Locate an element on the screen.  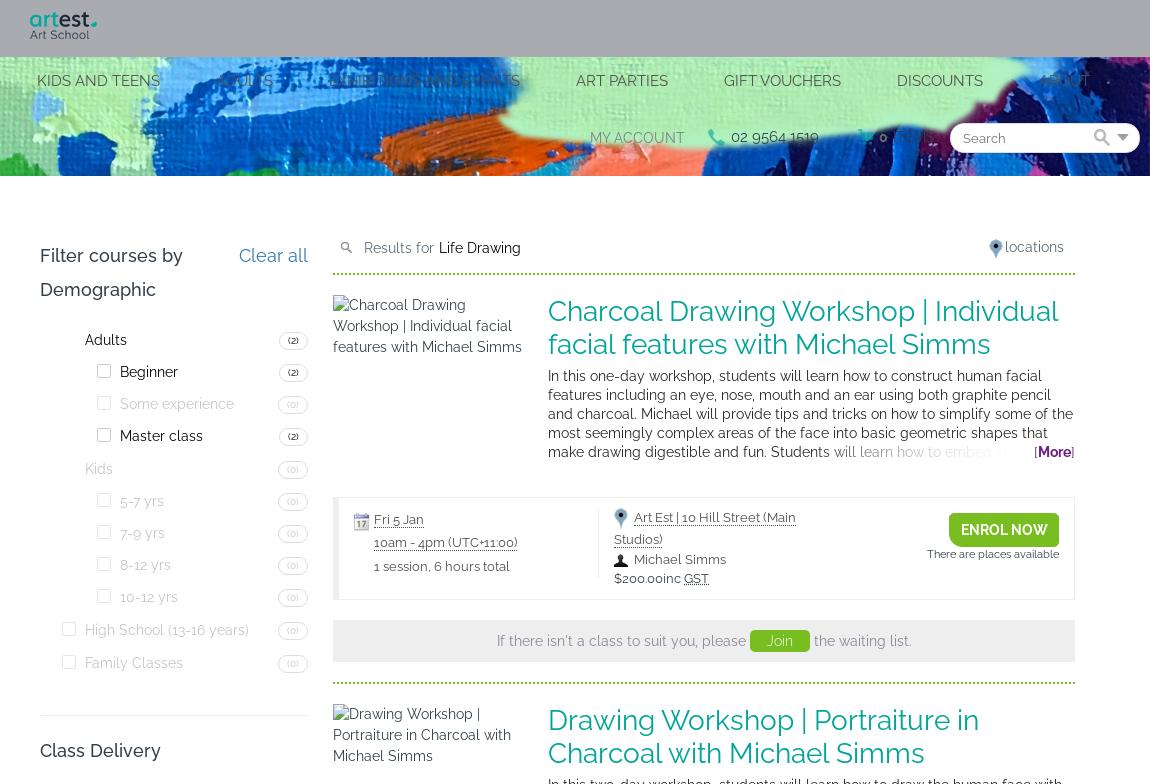
'7-9 yrs' is located at coordinates (141, 532).